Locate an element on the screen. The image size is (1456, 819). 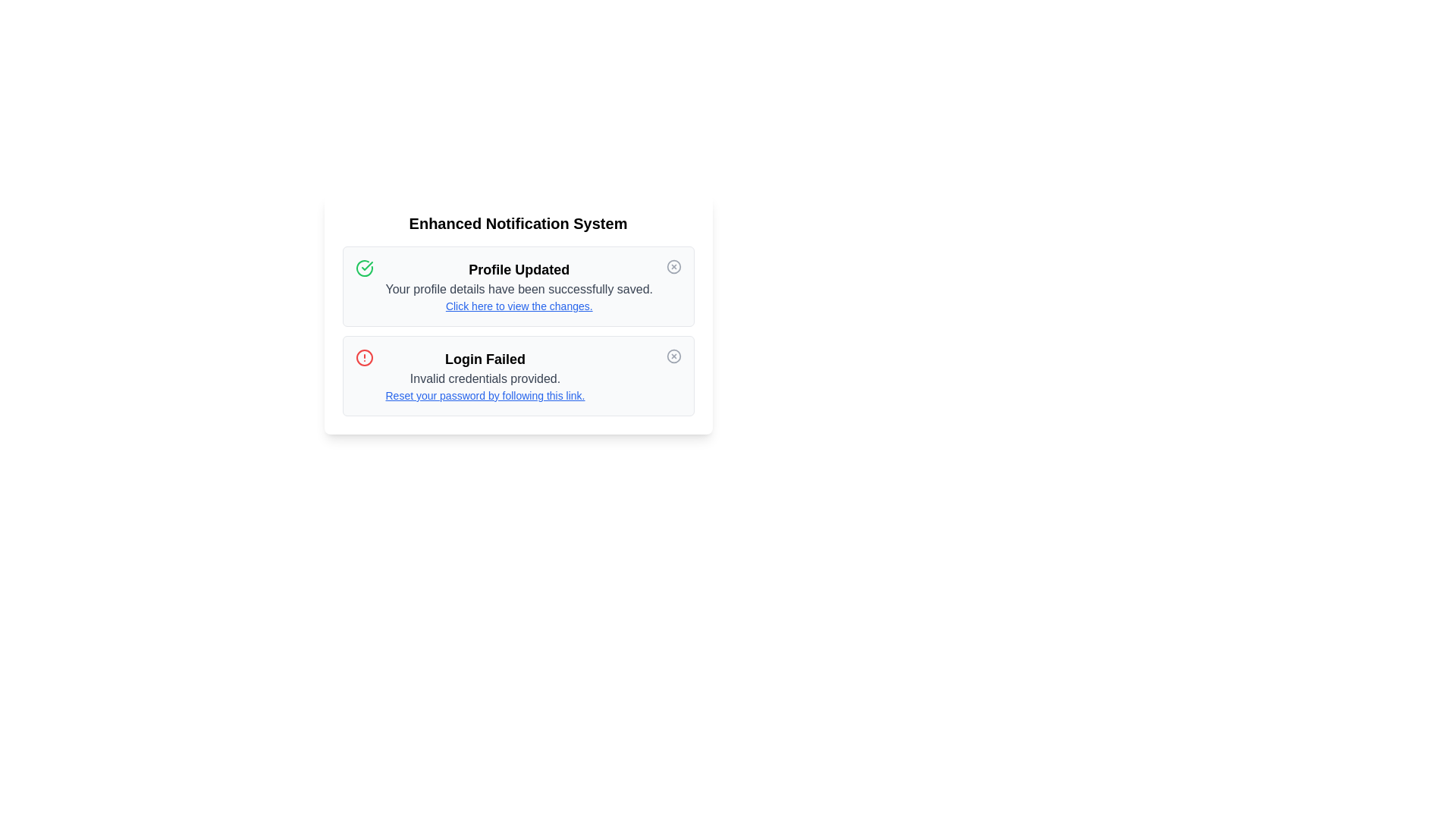
the link inside the alert with title Login Failed is located at coordinates (484, 394).